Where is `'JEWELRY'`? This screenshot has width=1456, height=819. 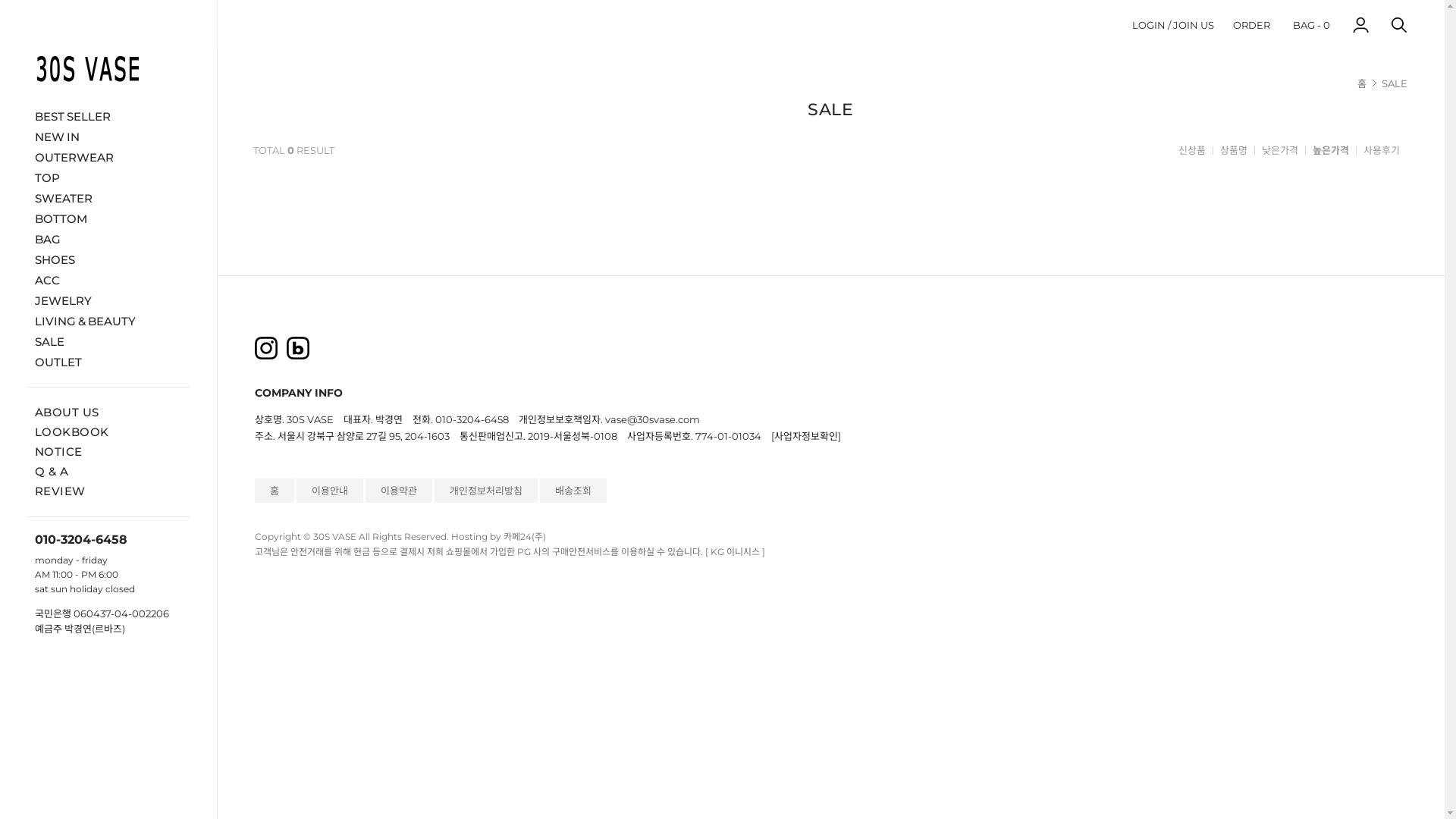 'JEWELRY' is located at coordinates (27, 300).